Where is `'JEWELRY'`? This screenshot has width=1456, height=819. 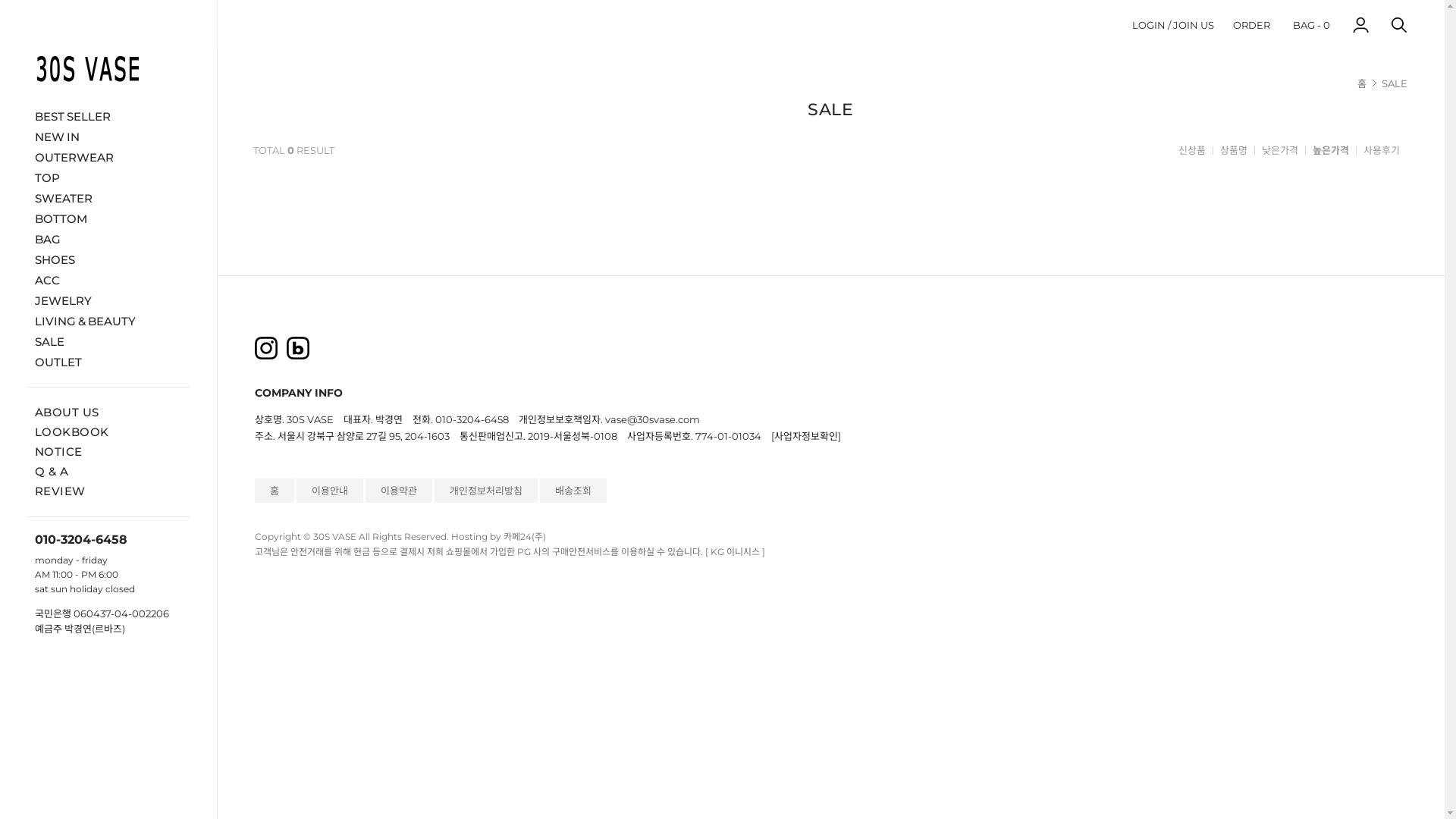 'JEWELRY' is located at coordinates (27, 300).